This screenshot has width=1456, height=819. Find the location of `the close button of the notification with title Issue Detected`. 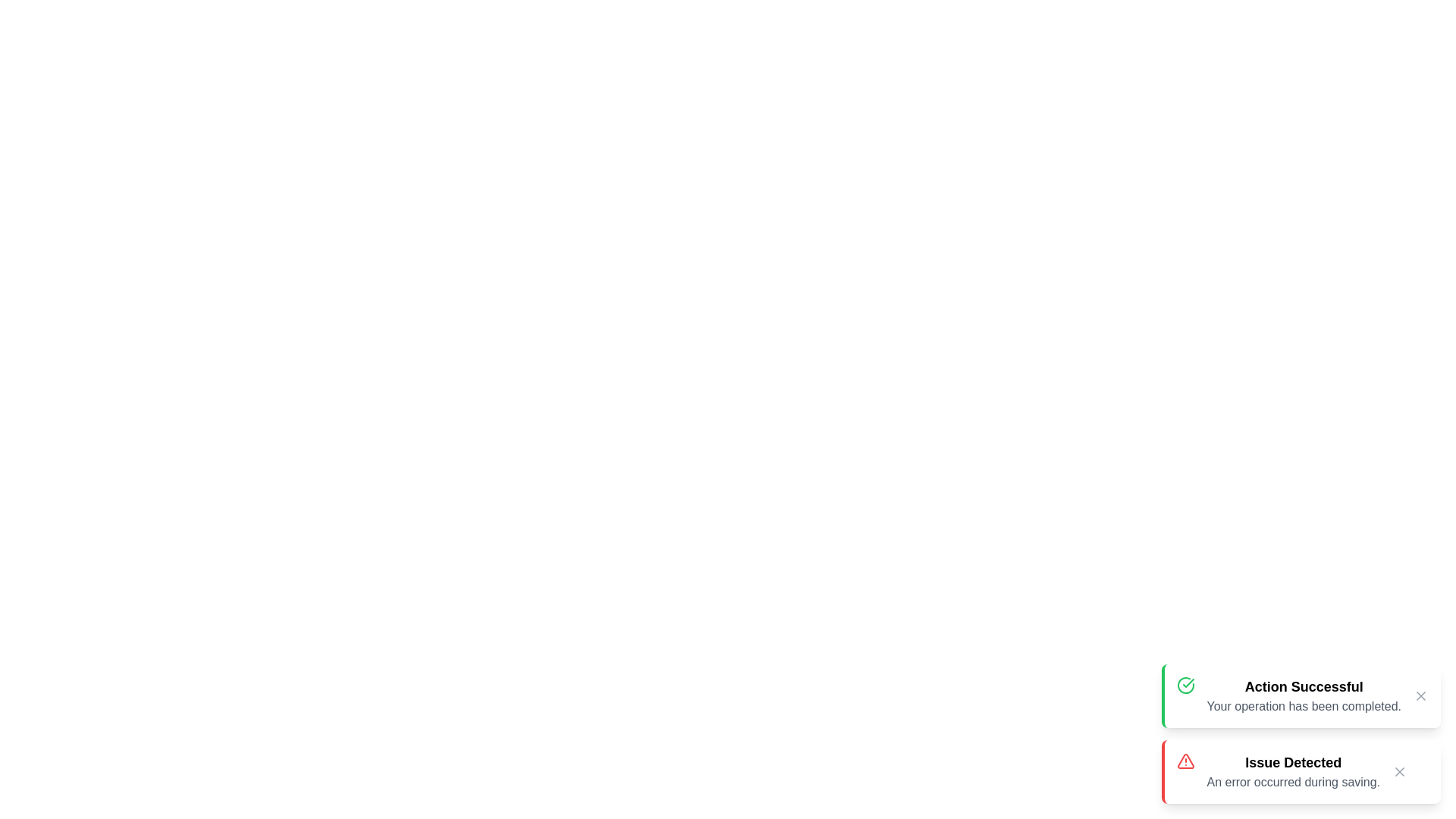

the close button of the notification with title Issue Detected is located at coordinates (1399, 772).